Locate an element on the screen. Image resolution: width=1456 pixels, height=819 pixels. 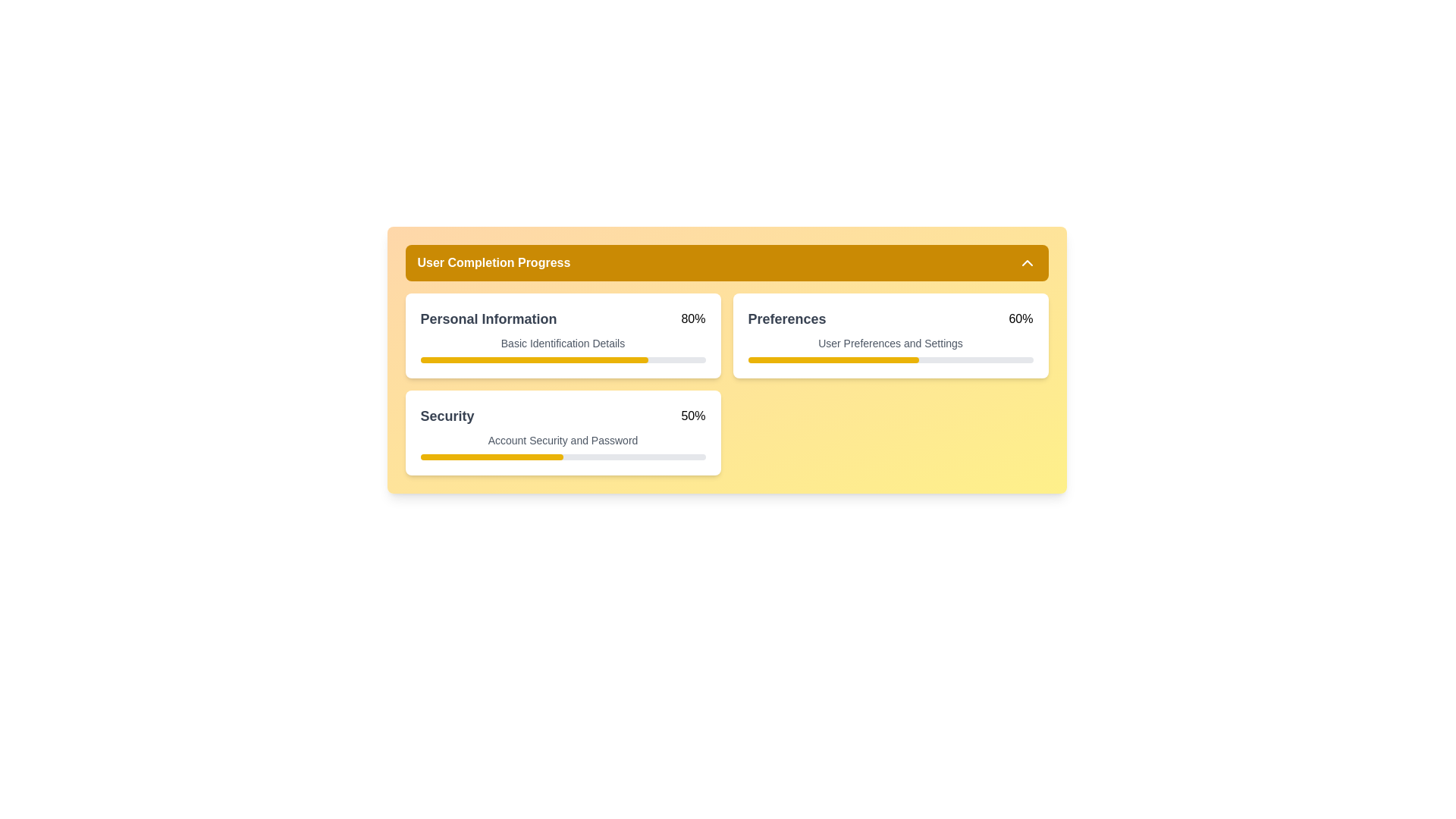
the text label displaying the completion percentage of the 'Preferences' section, which is positioned to the right of the 'Preferences' label and located towards the top-right of the progress information panel is located at coordinates (1021, 318).